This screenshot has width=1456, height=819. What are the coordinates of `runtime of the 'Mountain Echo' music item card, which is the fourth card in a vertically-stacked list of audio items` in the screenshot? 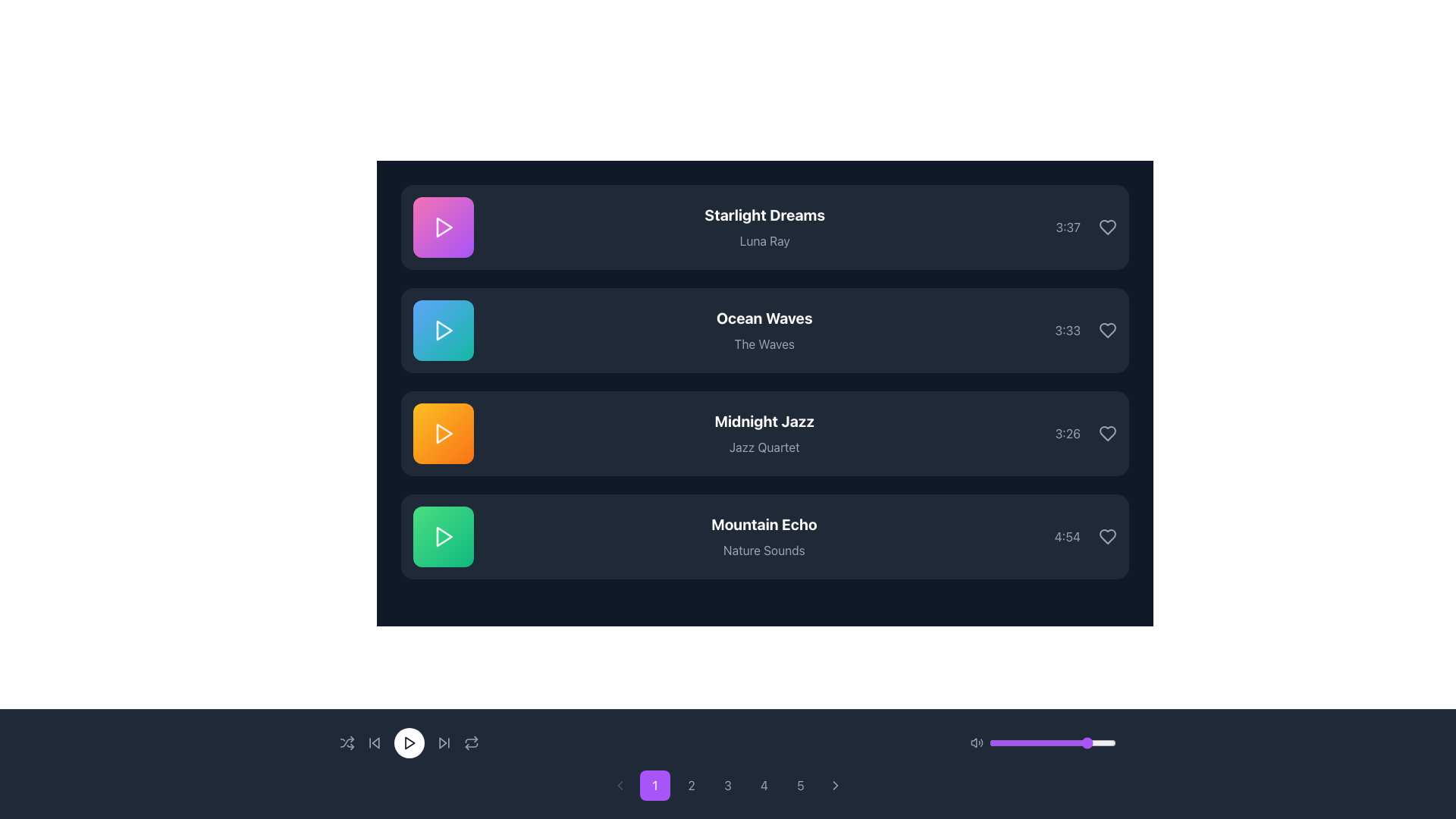 It's located at (764, 536).